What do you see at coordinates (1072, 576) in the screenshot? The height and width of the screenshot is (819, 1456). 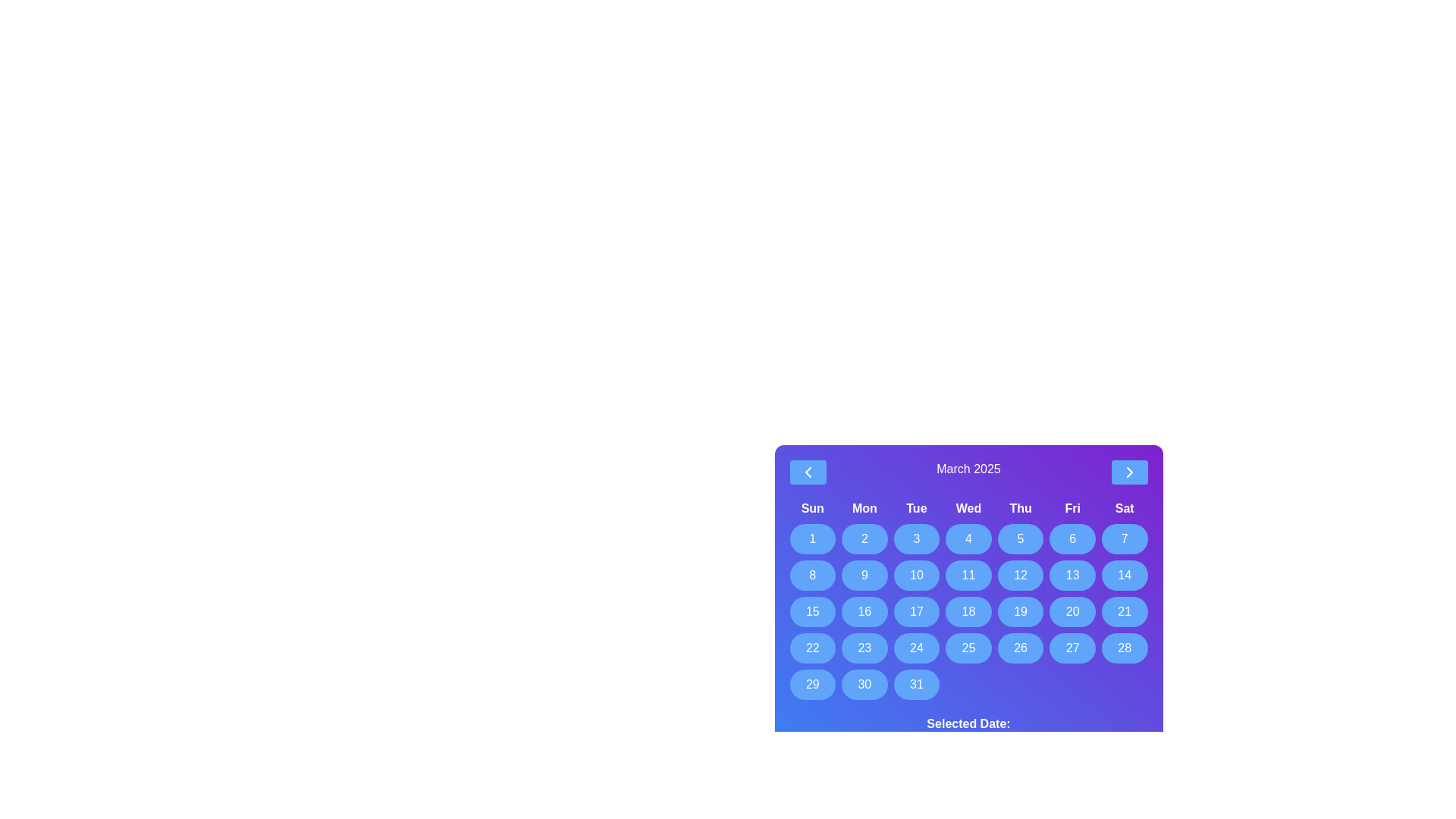 I see `the rounded blue button labeled '13' located in the second row, sixth column of the calendar grid` at bounding box center [1072, 576].